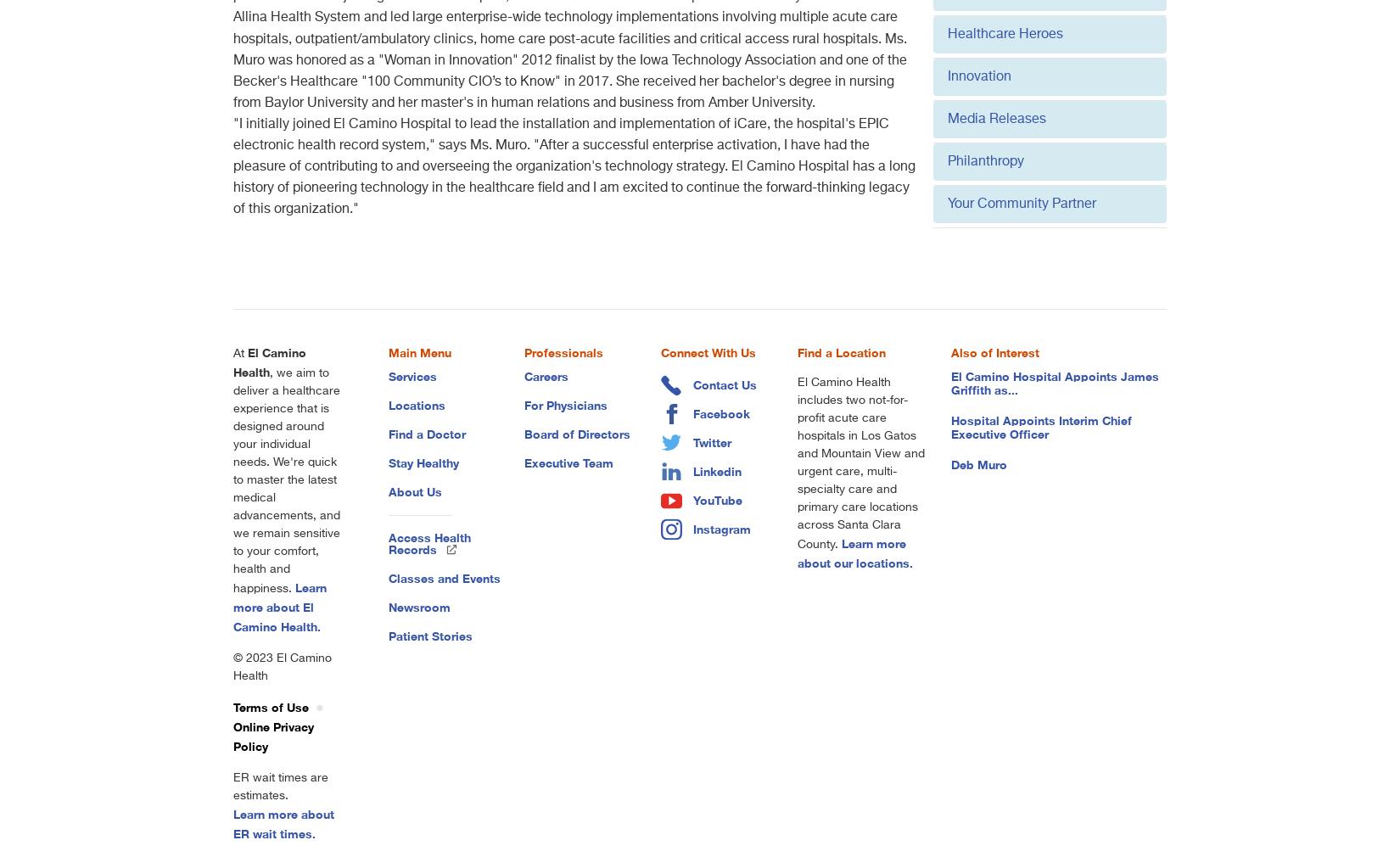  Describe the element at coordinates (725, 384) in the screenshot. I see `'Contact Us'` at that location.